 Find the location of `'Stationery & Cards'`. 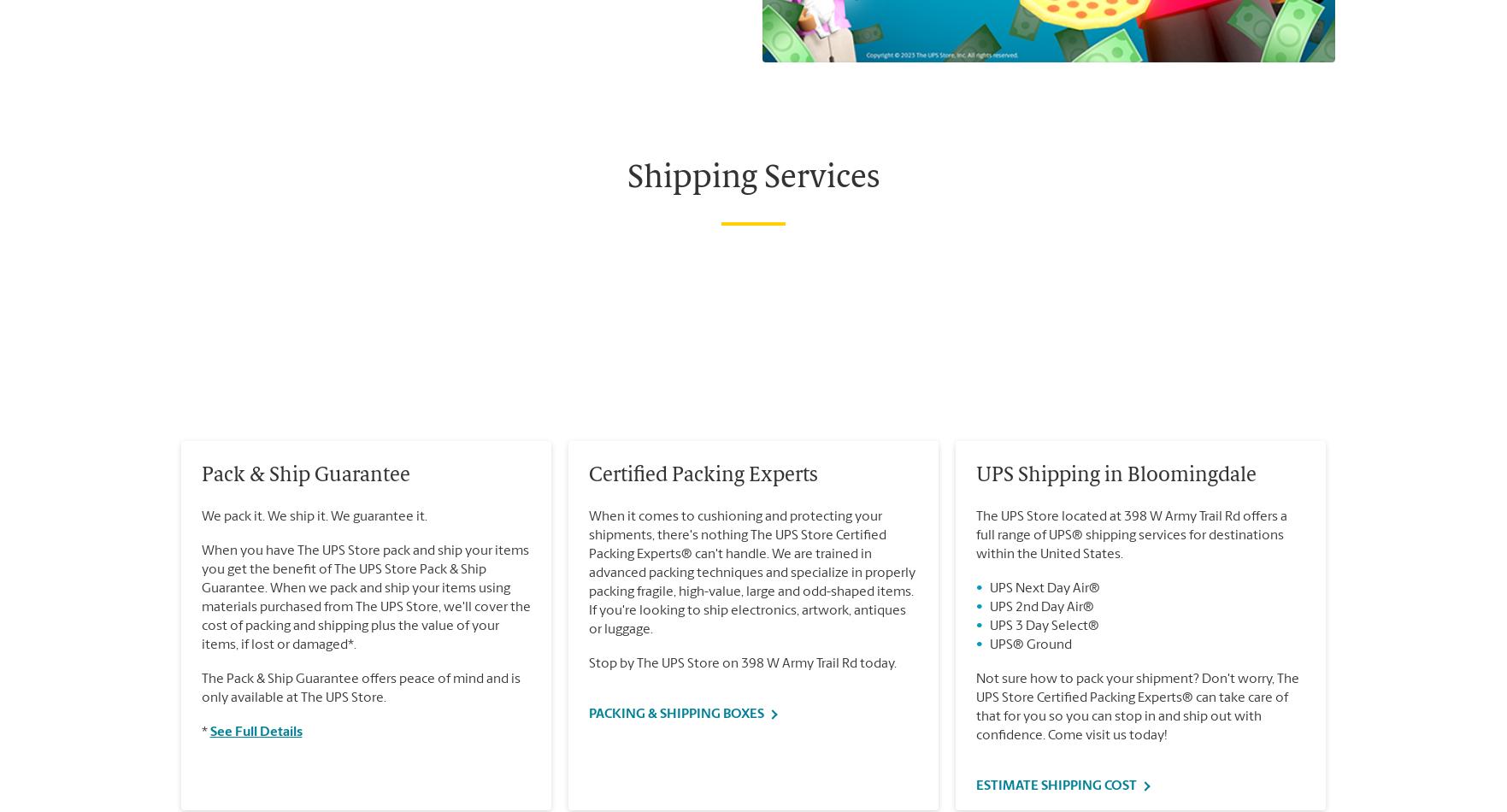

'Stationery & Cards' is located at coordinates (212, 8).